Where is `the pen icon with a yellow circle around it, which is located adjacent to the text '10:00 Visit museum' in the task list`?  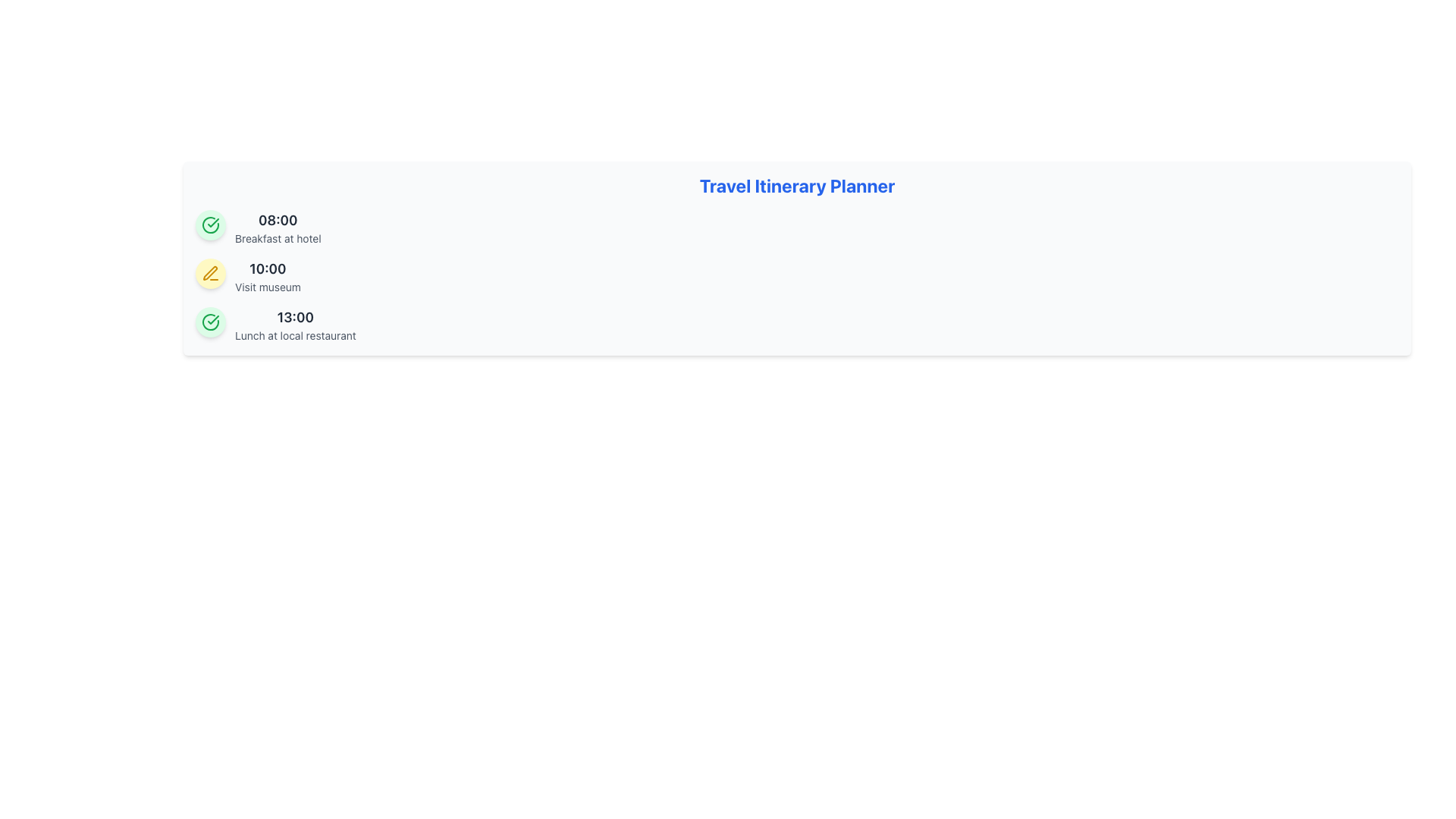
the pen icon with a yellow circle around it, which is located adjacent to the text '10:00 Visit museum' in the task list is located at coordinates (209, 273).